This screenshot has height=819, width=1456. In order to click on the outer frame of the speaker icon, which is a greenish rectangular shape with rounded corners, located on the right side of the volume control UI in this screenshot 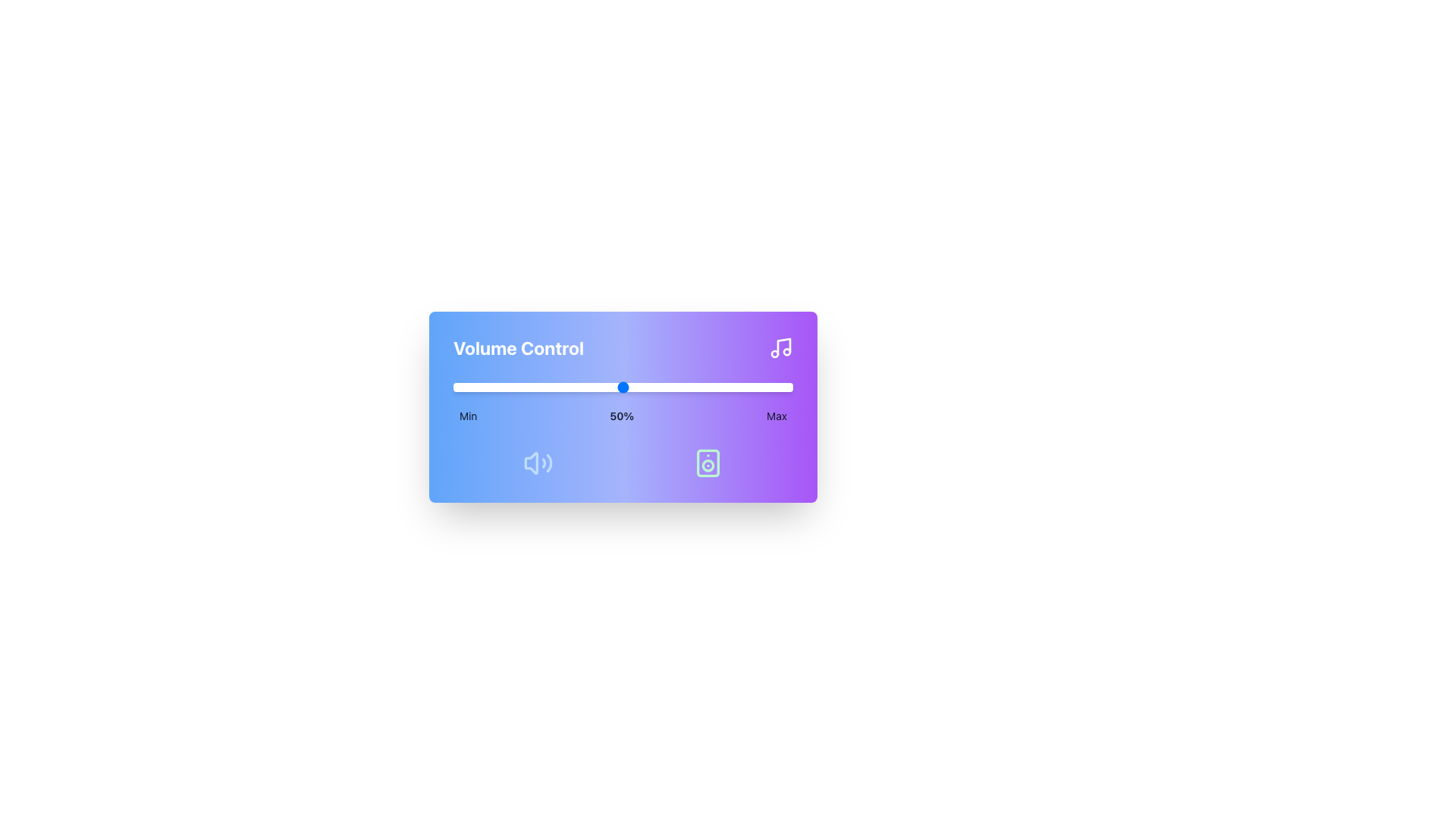, I will do `click(708, 462)`.